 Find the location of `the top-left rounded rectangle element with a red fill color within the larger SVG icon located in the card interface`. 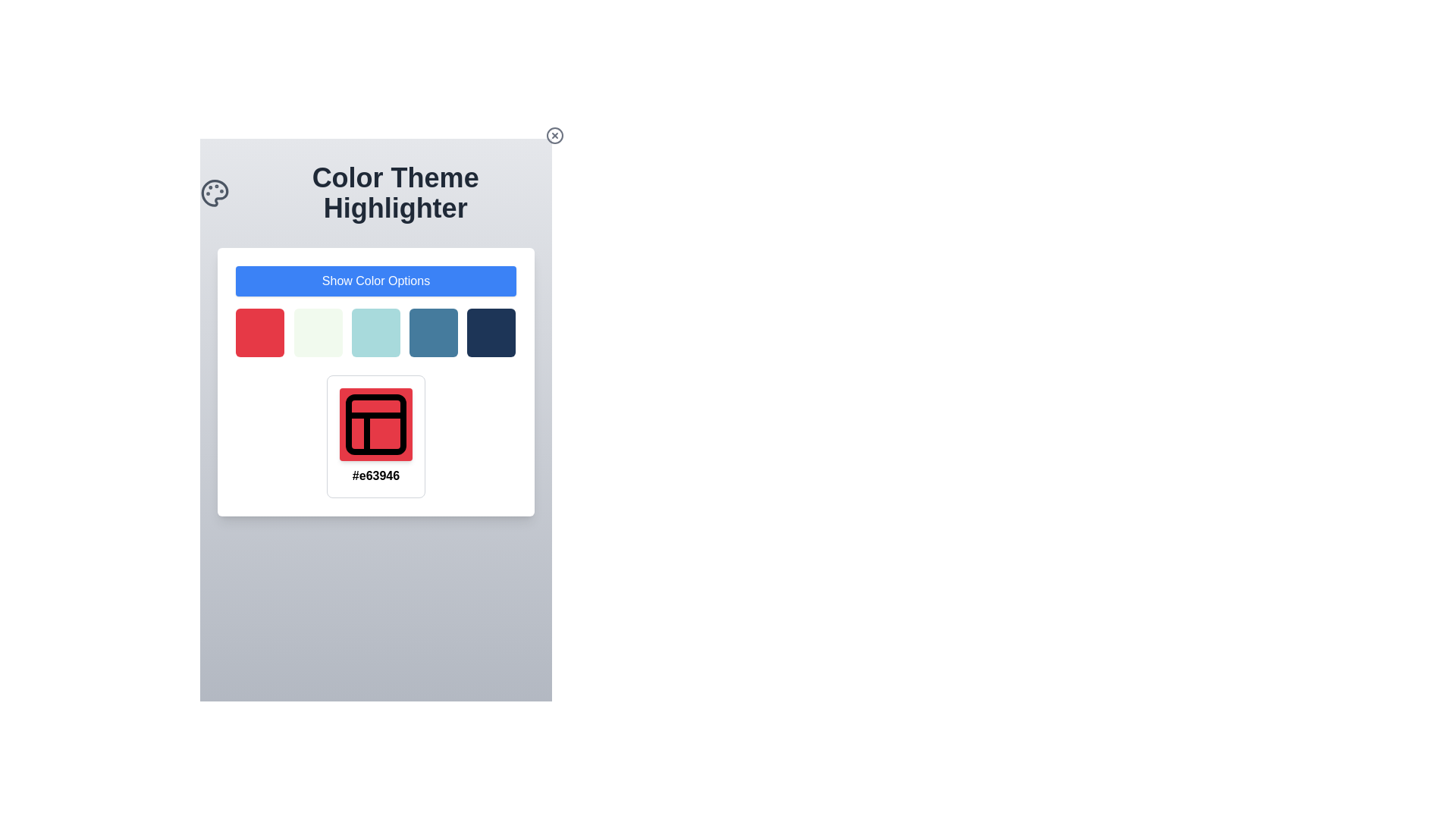

the top-left rounded rectangle element with a red fill color within the larger SVG icon located in the card interface is located at coordinates (375, 424).